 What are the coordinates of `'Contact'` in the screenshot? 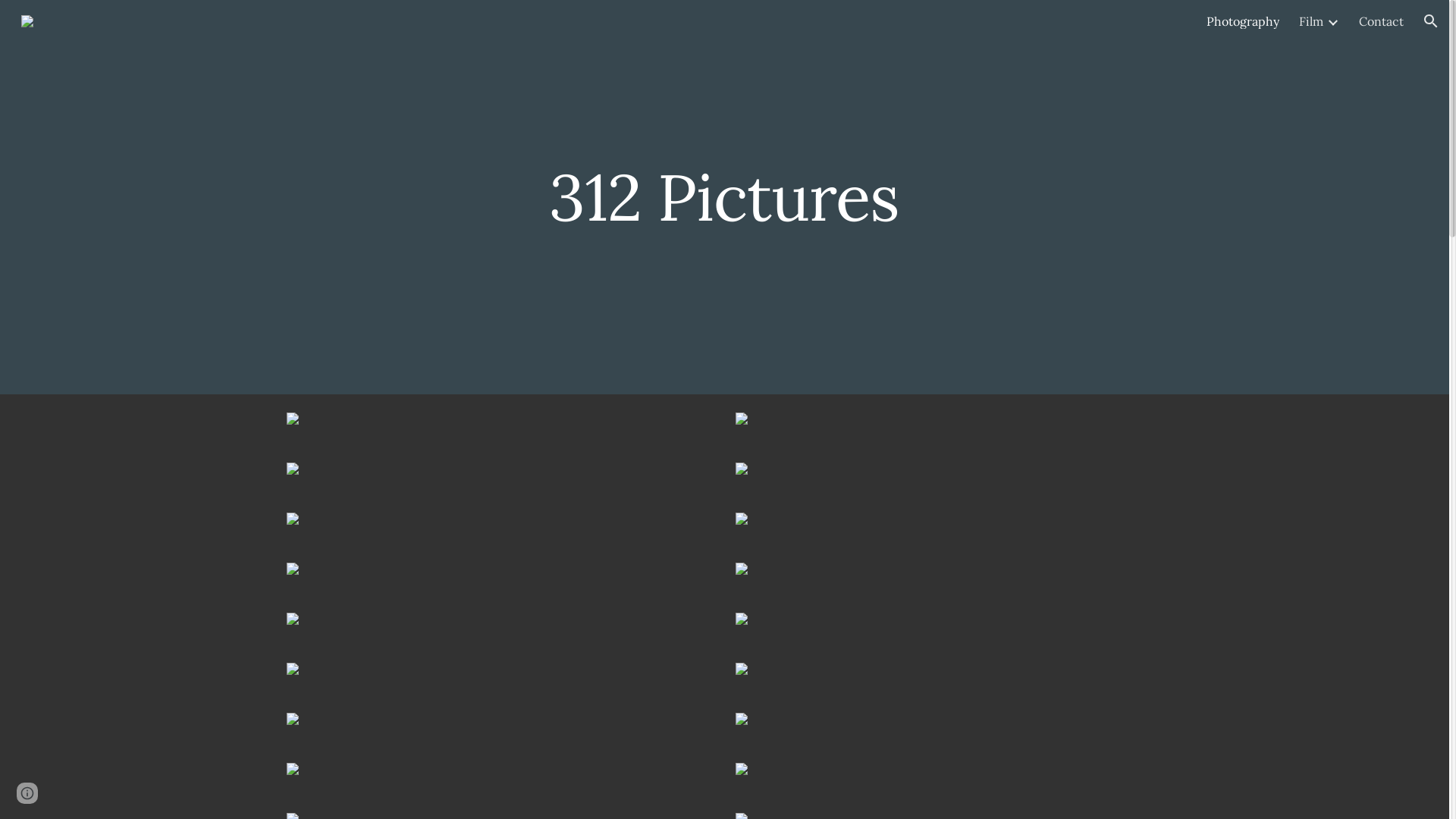 It's located at (1358, 20).